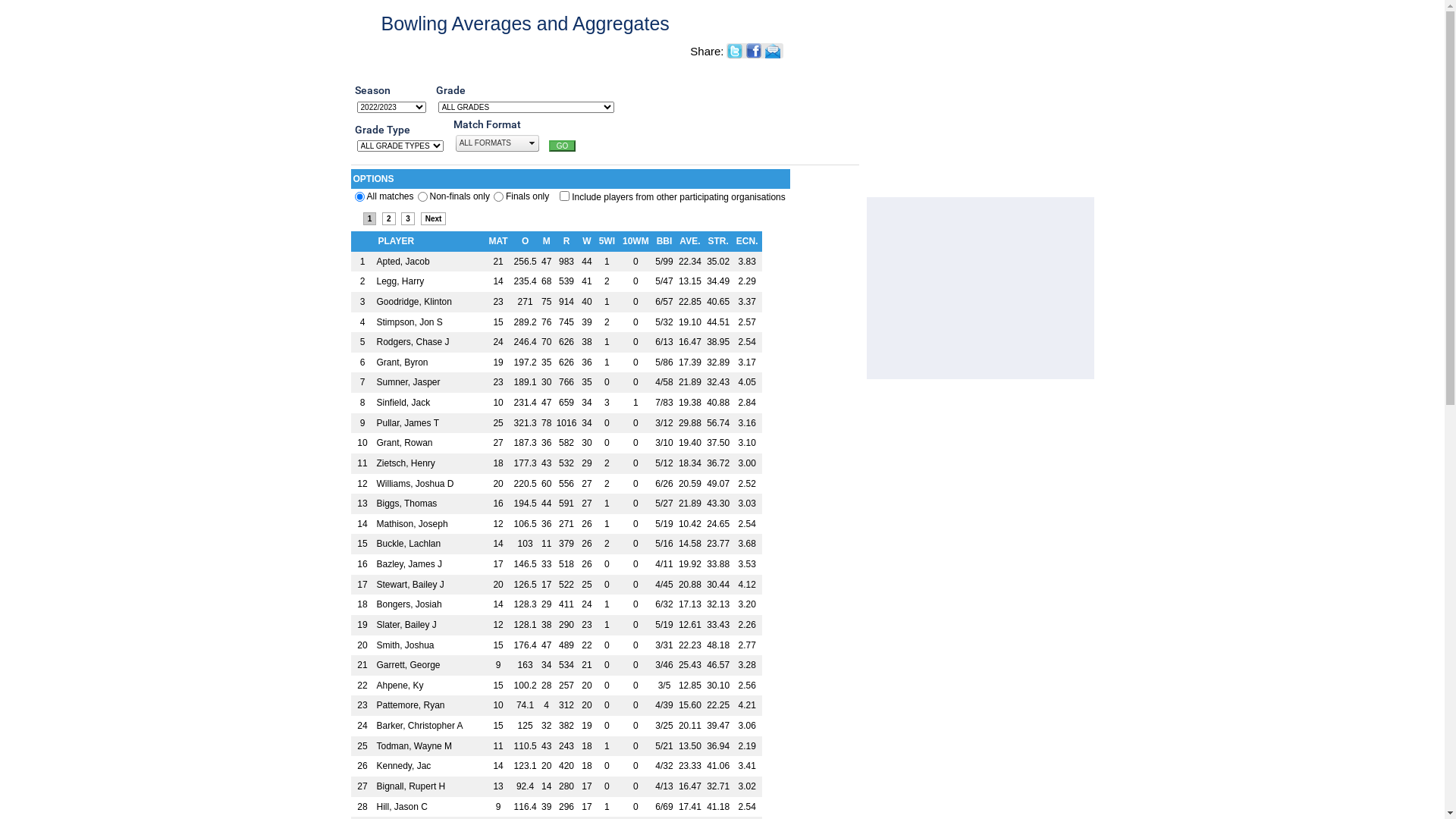 The width and height of the screenshot is (1456, 819). Describe the element at coordinates (580, 240) in the screenshot. I see `'W'` at that location.